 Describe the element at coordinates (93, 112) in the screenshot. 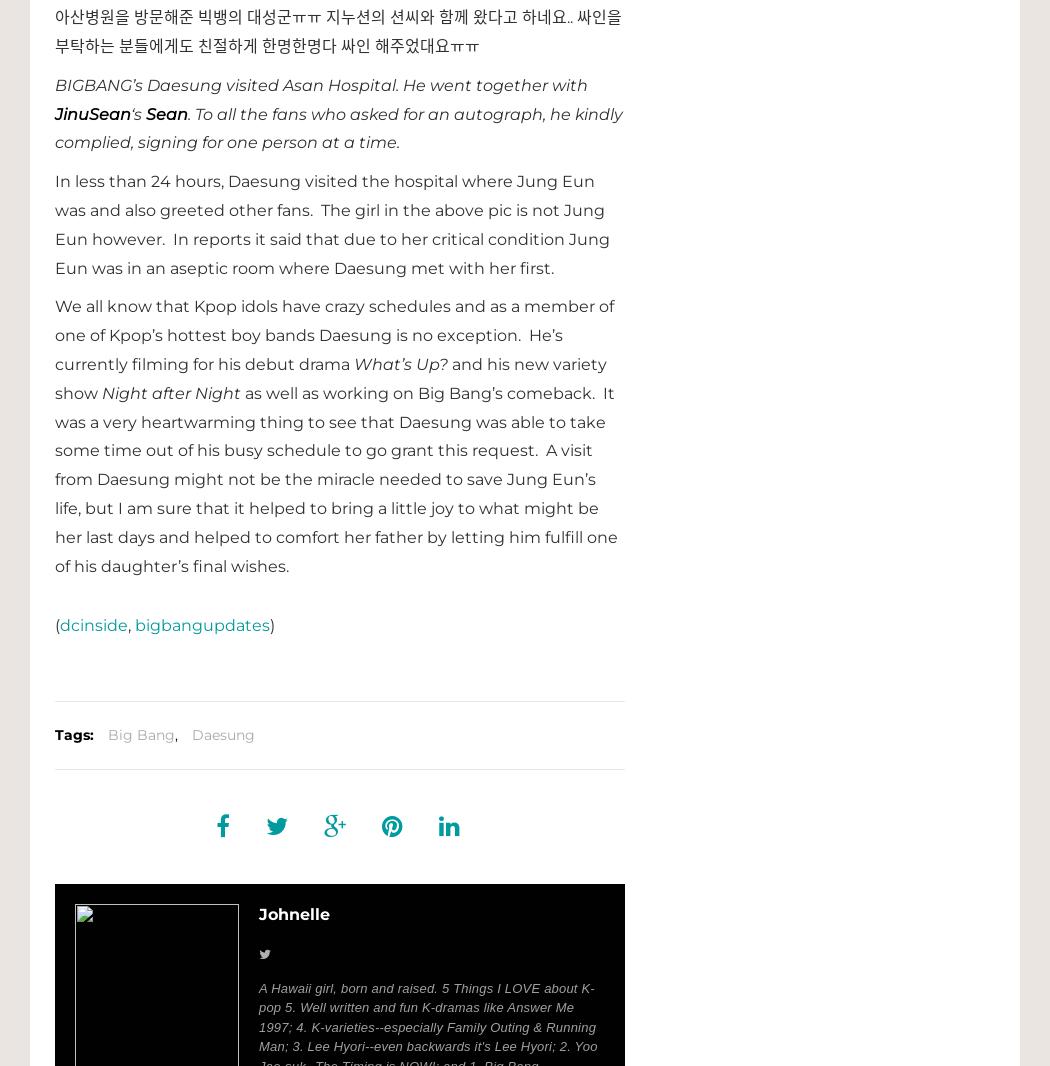

I see `'JinuSean'` at that location.